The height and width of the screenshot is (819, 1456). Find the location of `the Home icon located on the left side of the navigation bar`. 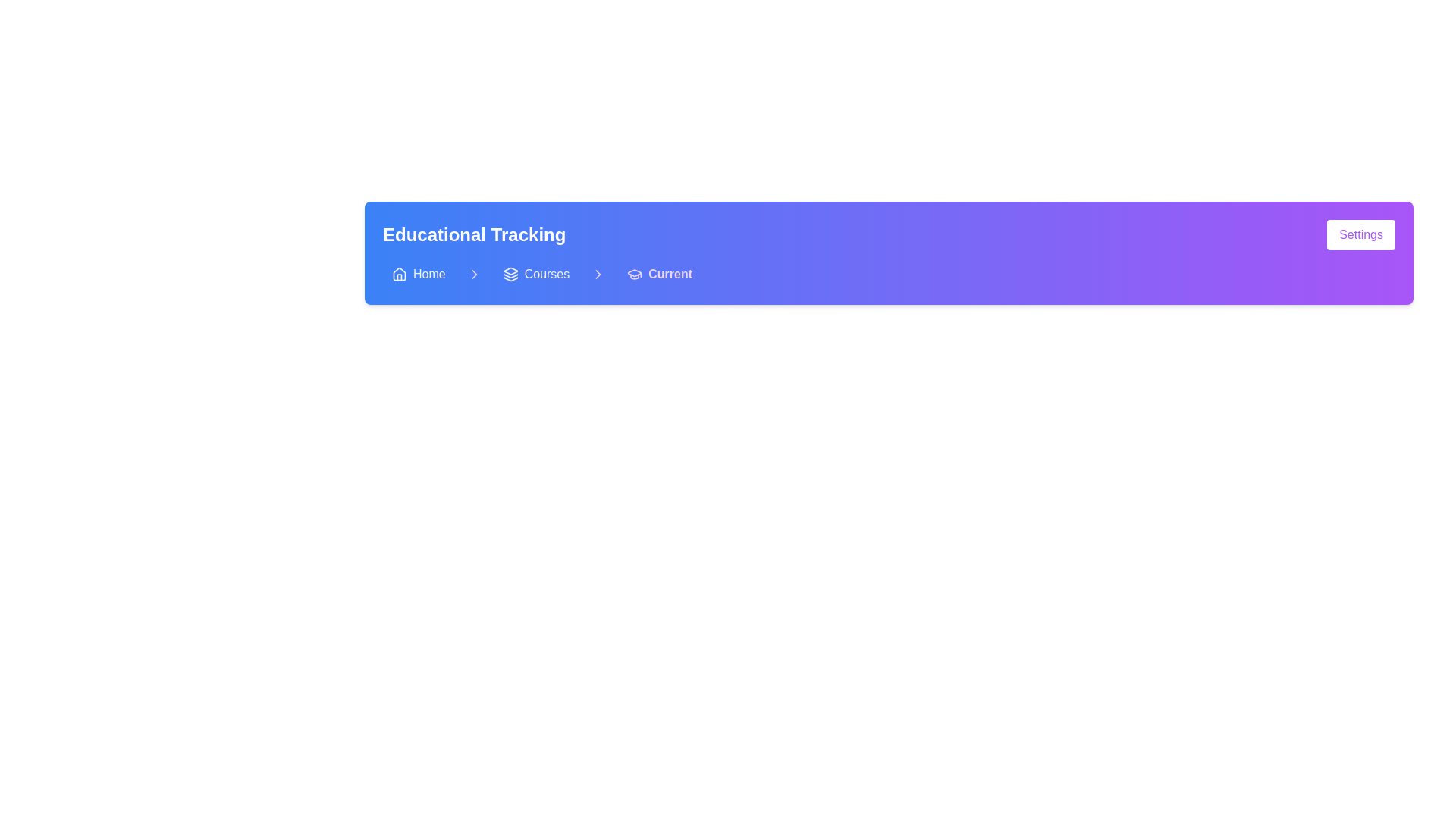

the Home icon located on the left side of the navigation bar is located at coordinates (400, 275).